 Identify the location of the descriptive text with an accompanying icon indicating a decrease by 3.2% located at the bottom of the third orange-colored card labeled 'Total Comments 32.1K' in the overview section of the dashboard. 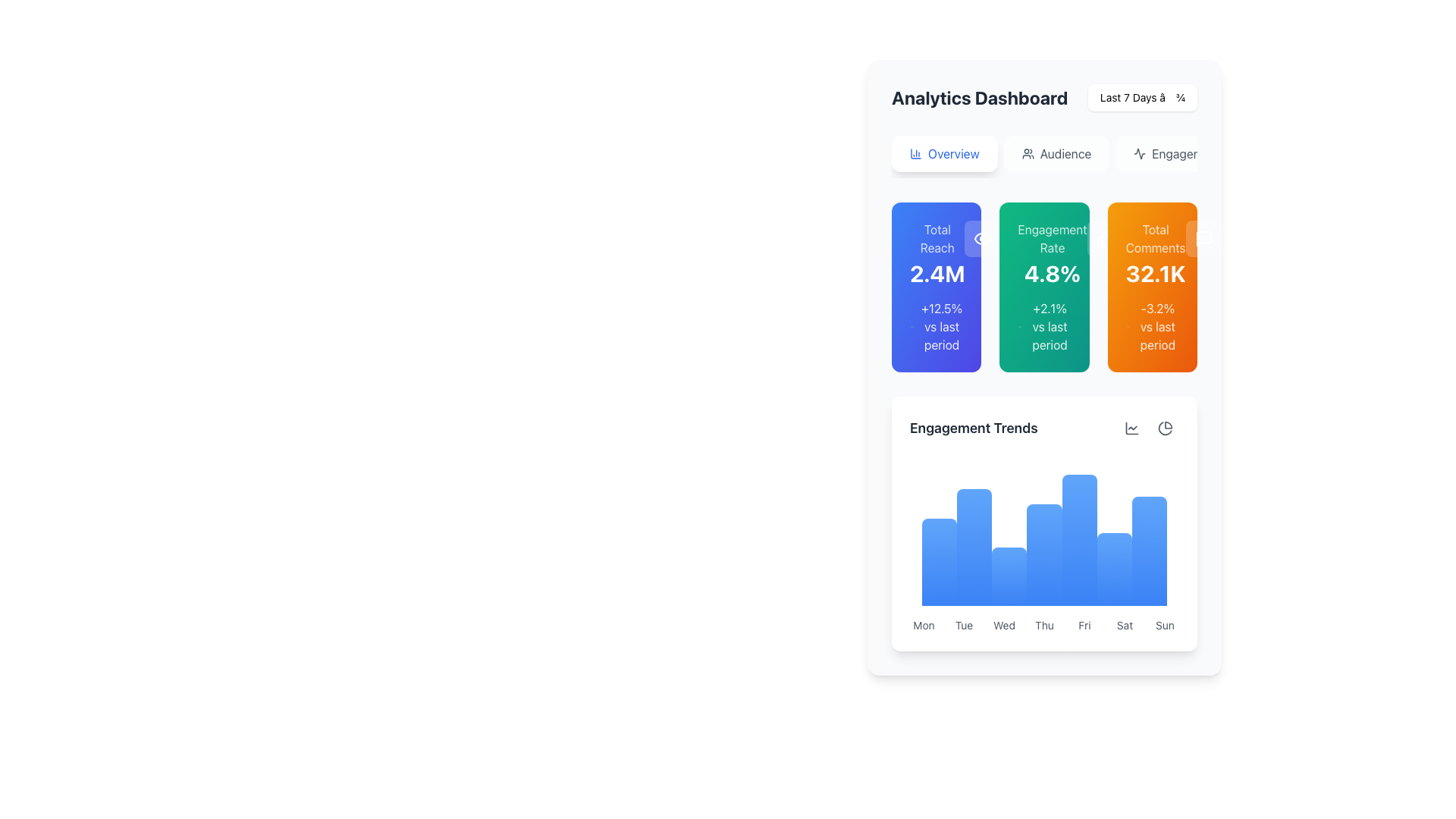
(1152, 326).